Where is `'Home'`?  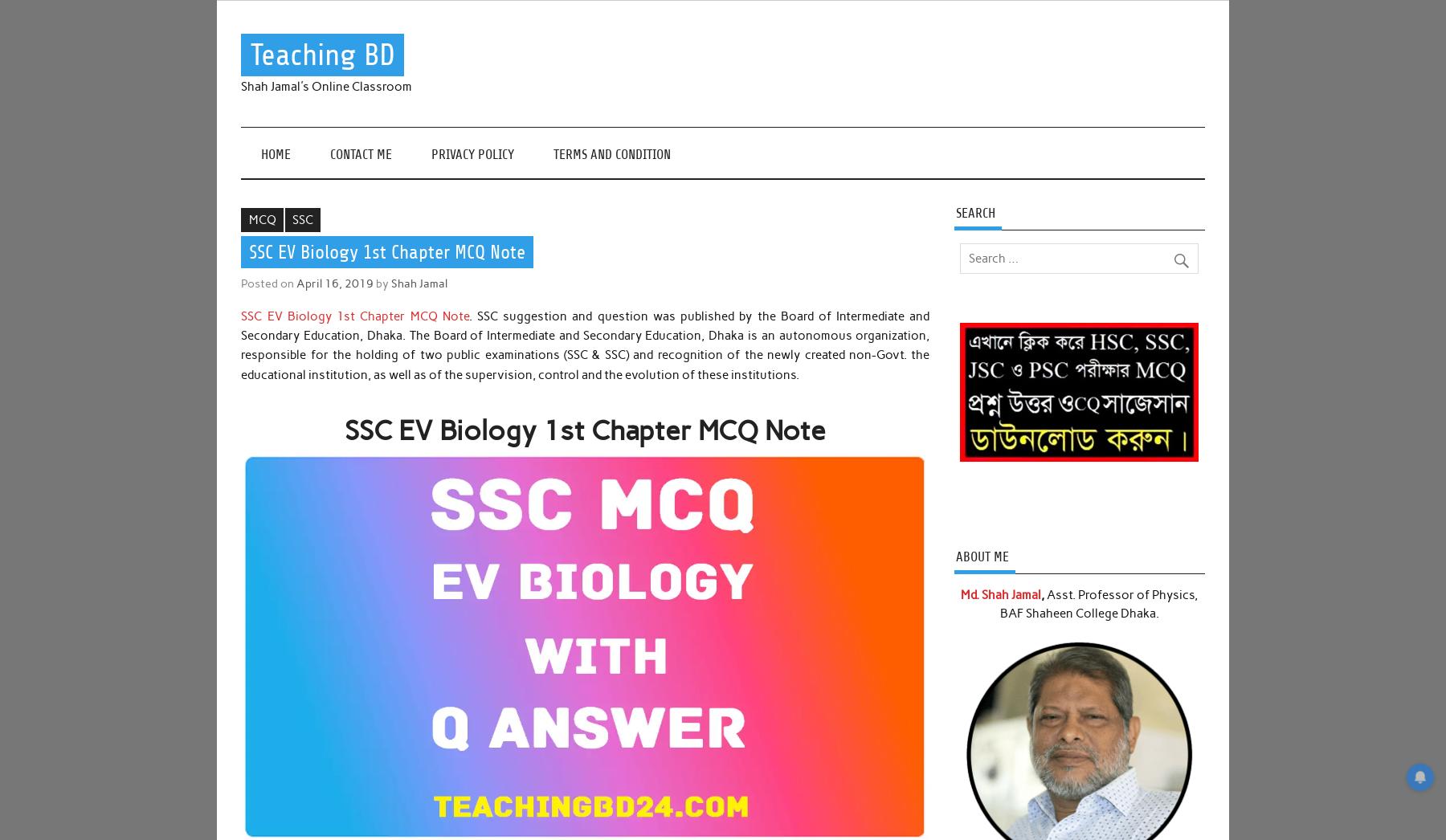 'Home' is located at coordinates (275, 153).